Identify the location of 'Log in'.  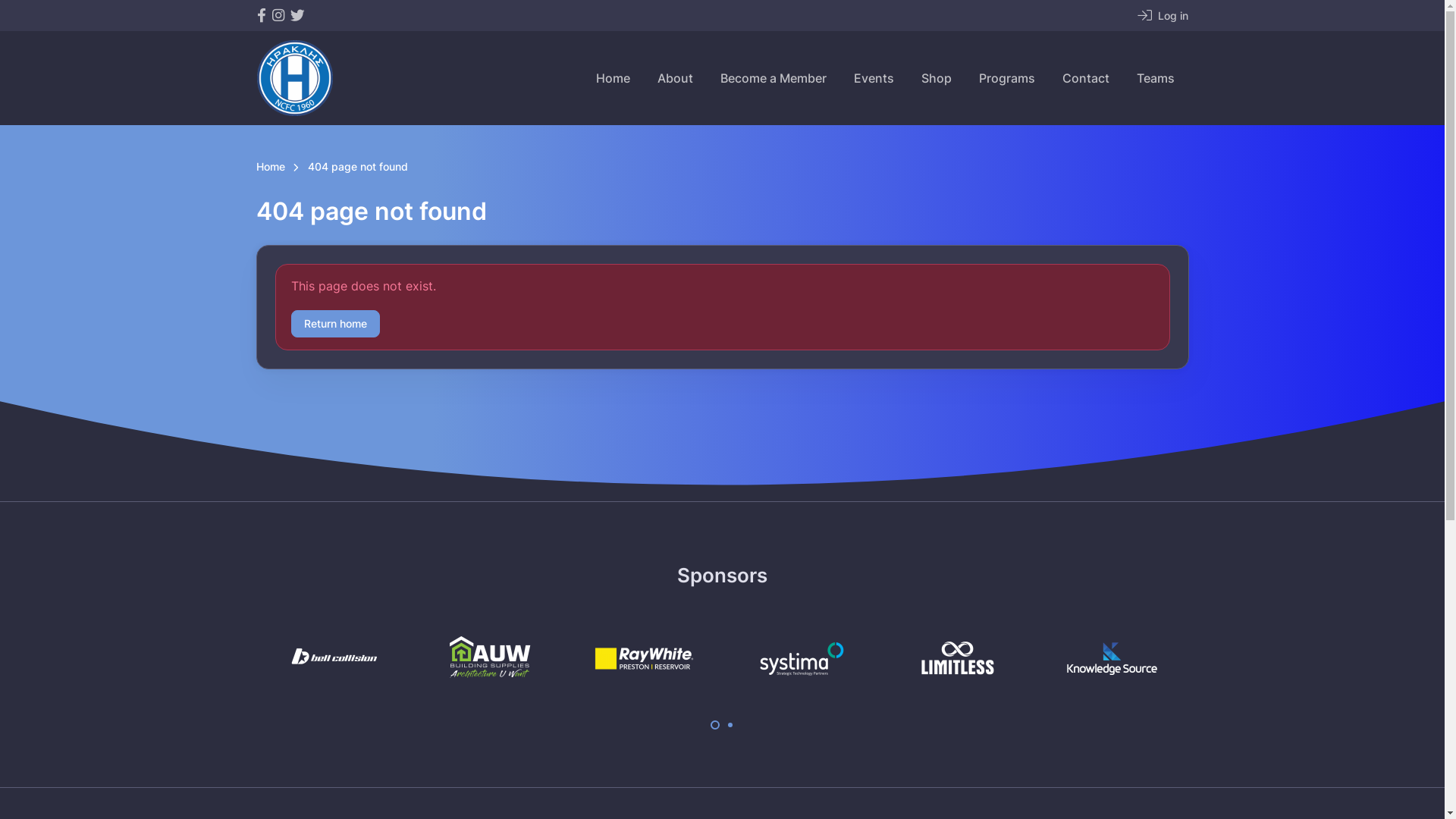
(1162, 15).